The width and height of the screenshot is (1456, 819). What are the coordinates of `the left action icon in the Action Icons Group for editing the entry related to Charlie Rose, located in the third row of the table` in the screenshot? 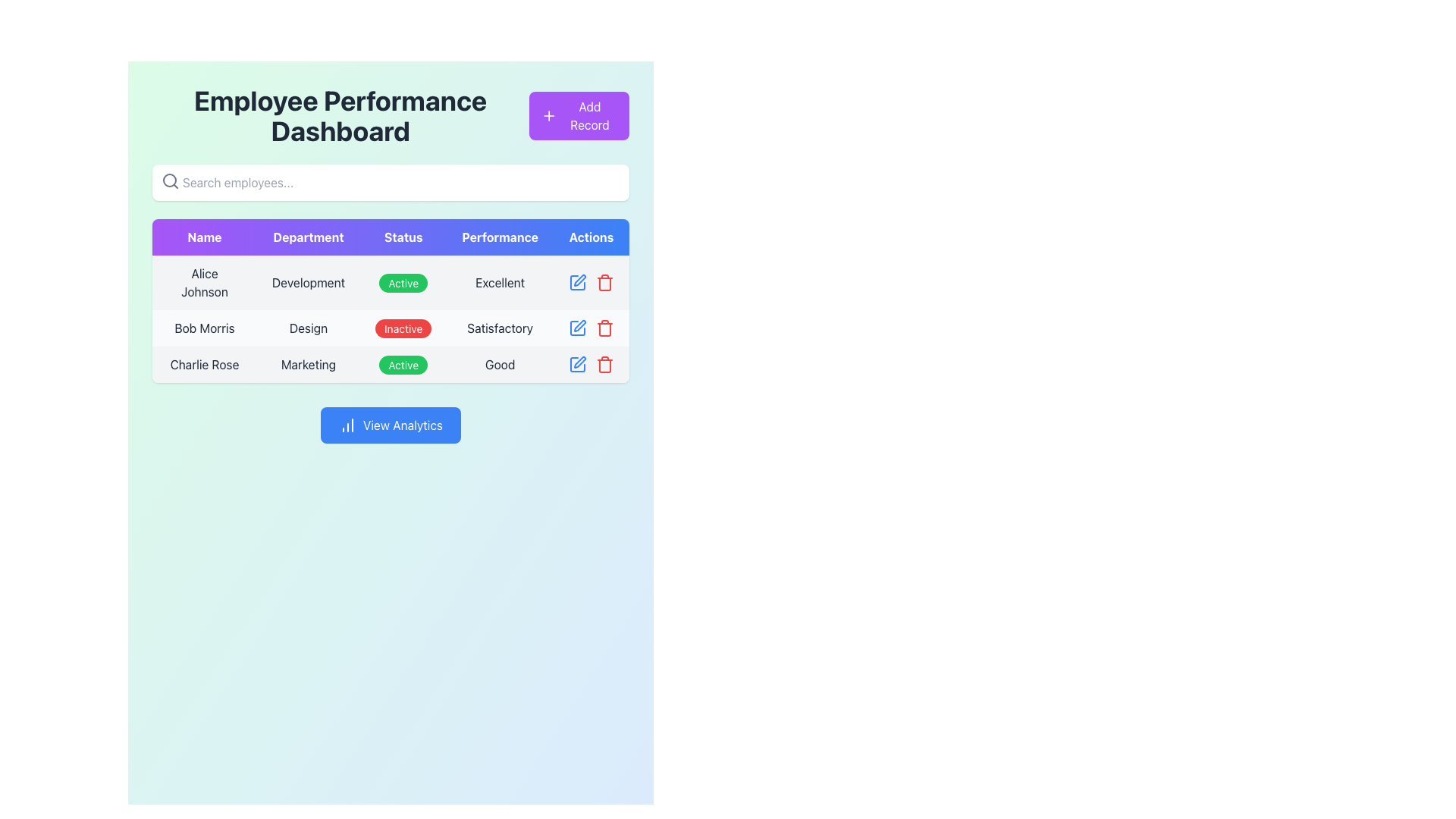 It's located at (590, 365).